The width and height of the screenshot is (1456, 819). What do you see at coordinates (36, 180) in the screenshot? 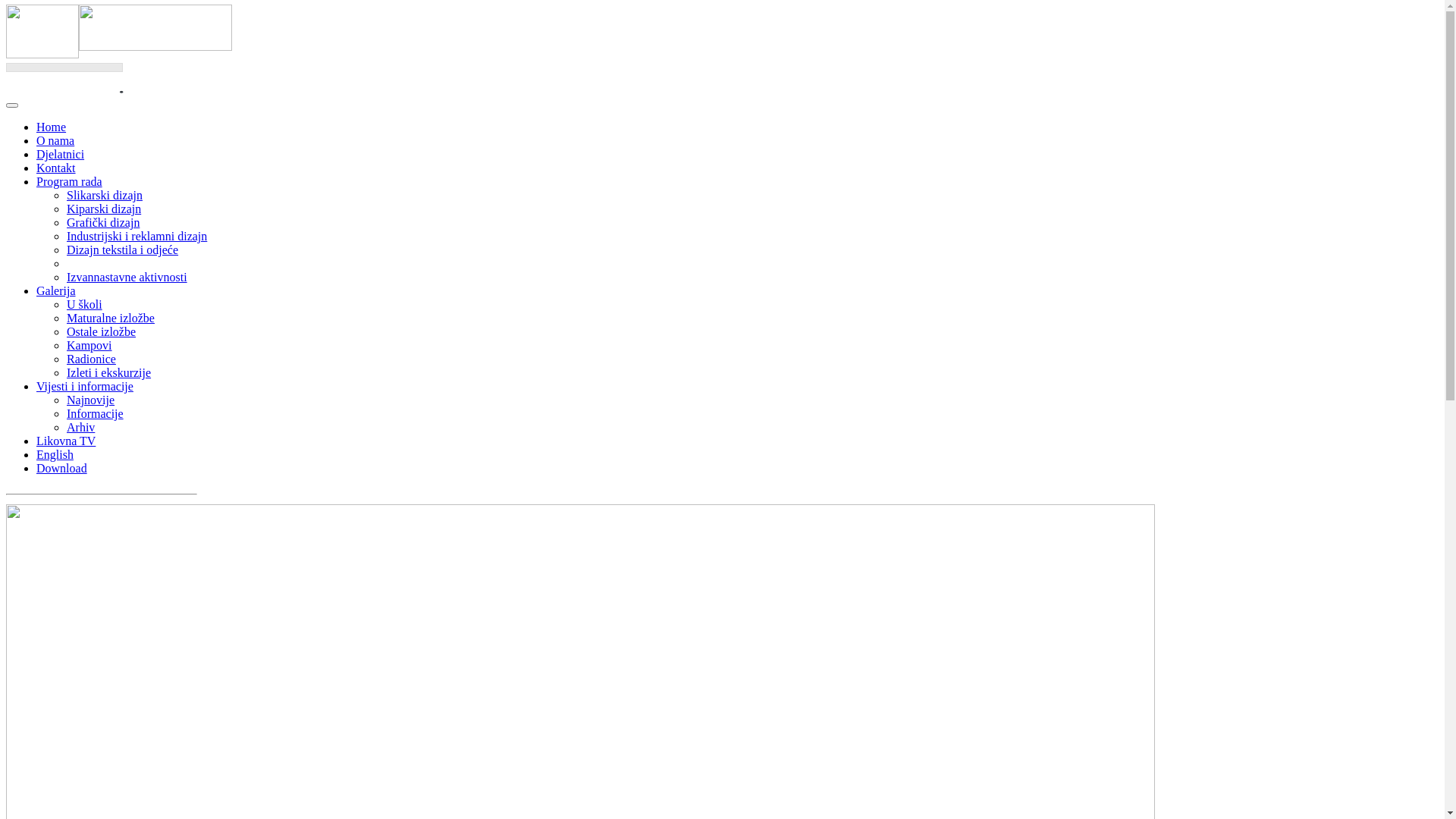
I see `'Program rada'` at bounding box center [36, 180].